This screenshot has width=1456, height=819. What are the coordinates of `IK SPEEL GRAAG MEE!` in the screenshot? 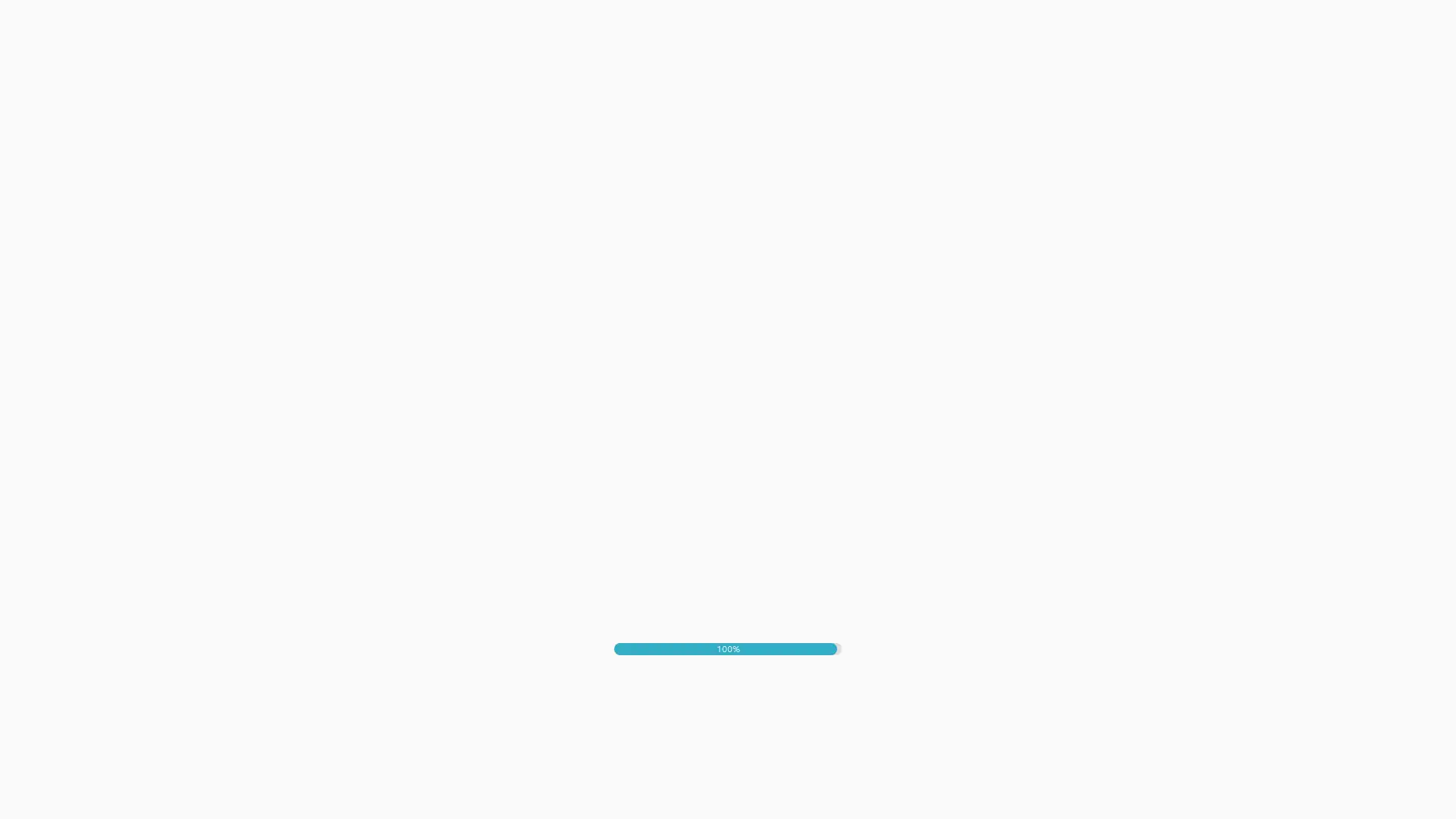 It's located at (754, 778).